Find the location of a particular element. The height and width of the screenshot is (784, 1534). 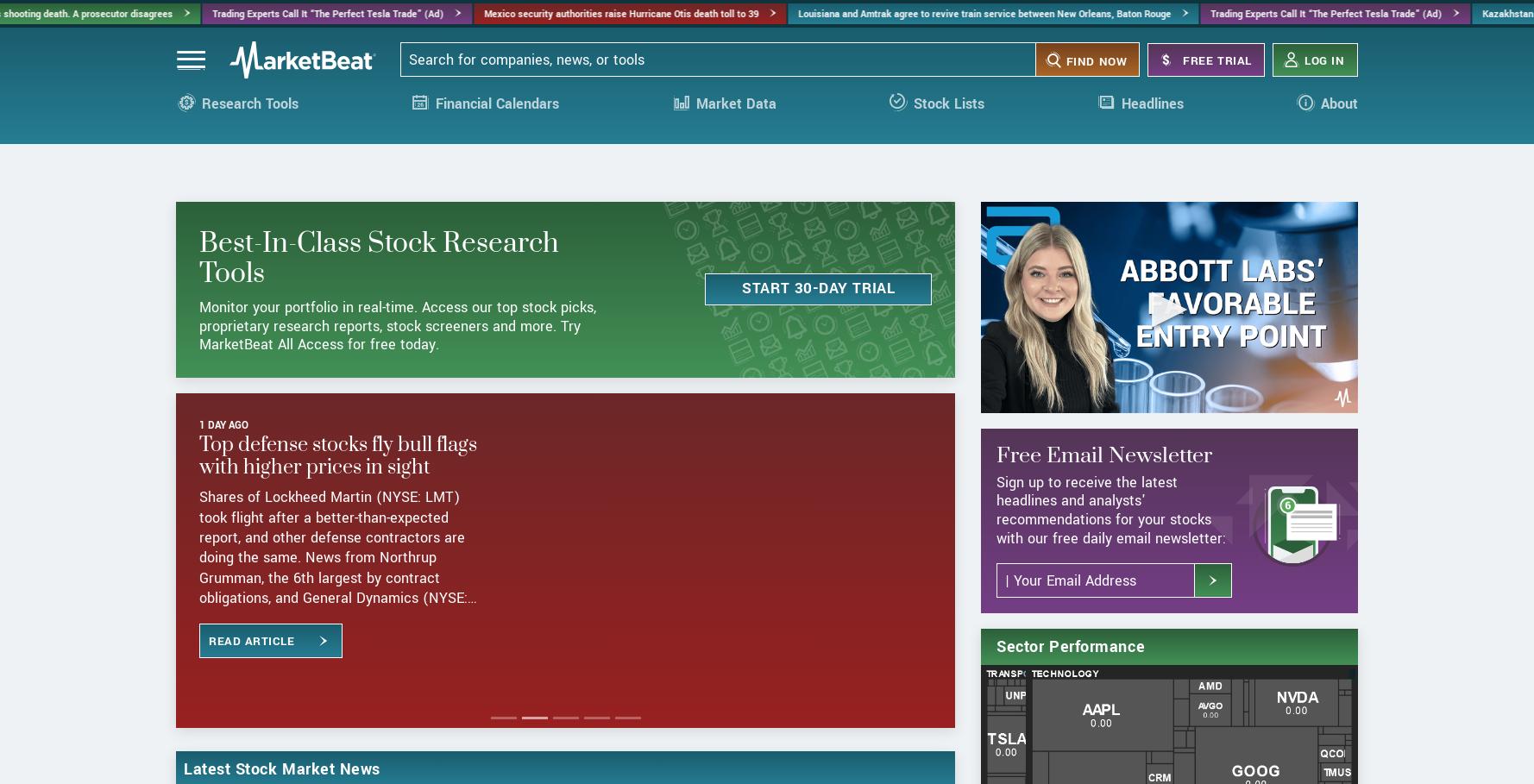

'Research Tools' is located at coordinates (248, 124).